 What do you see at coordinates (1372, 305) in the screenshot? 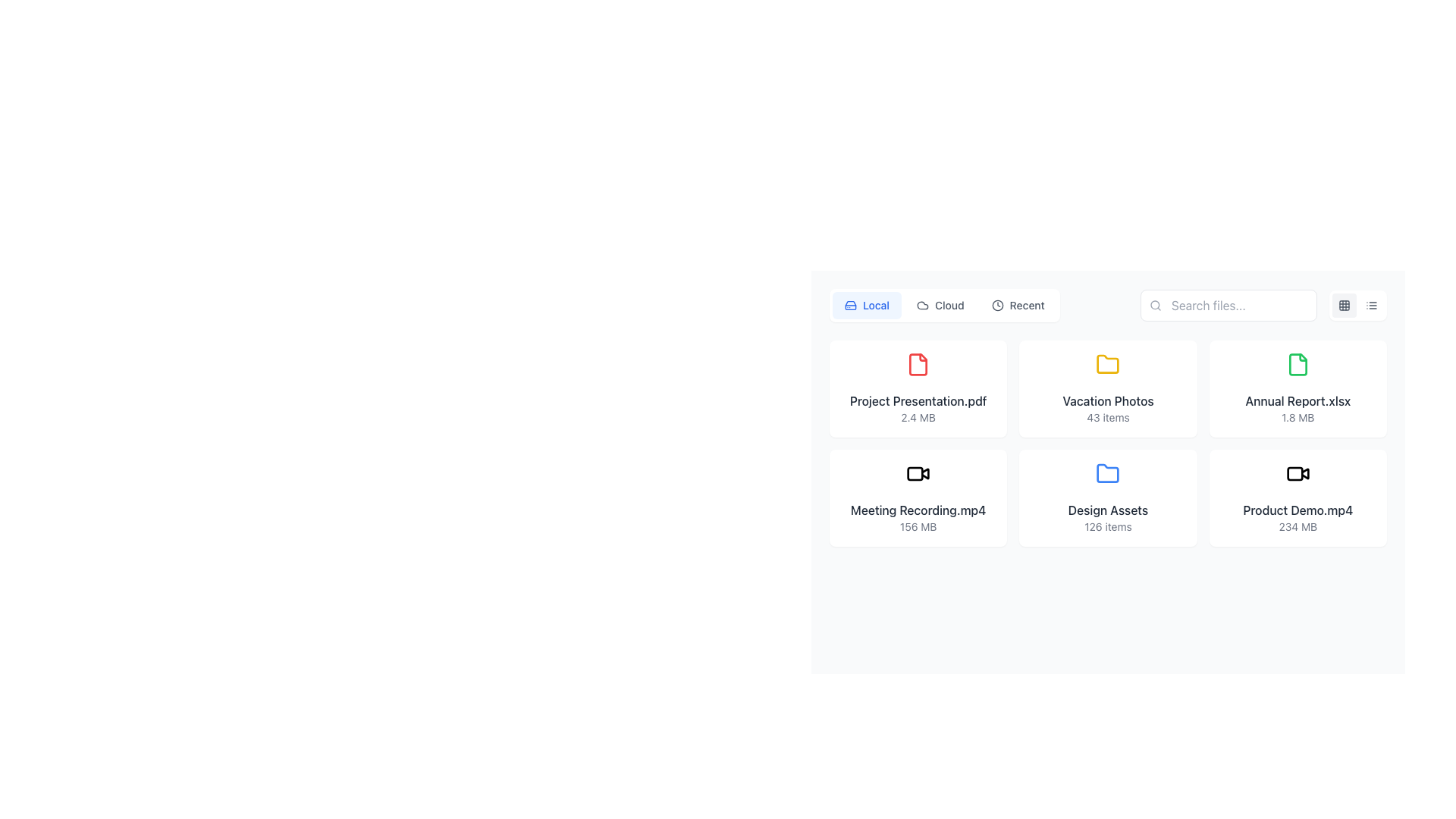
I see `the toggle button resembling a list layout, which is the second interactive option in the top-right corner of the interface` at bounding box center [1372, 305].